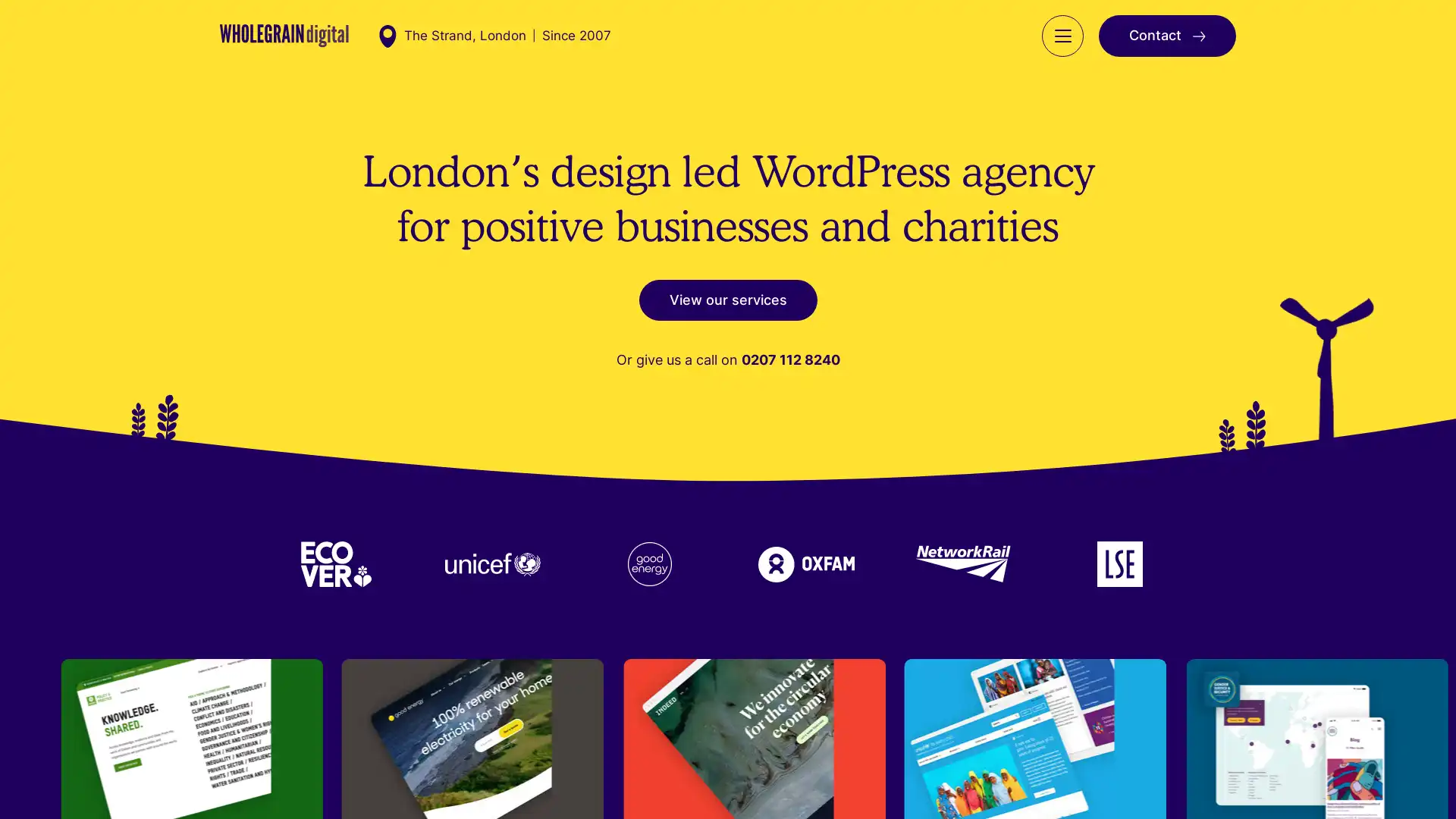 The width and height of the screenshot is (1456, 819). Describe the element at coordinates (1062, 50) in the screenshot. I see `Open menu` at that location.